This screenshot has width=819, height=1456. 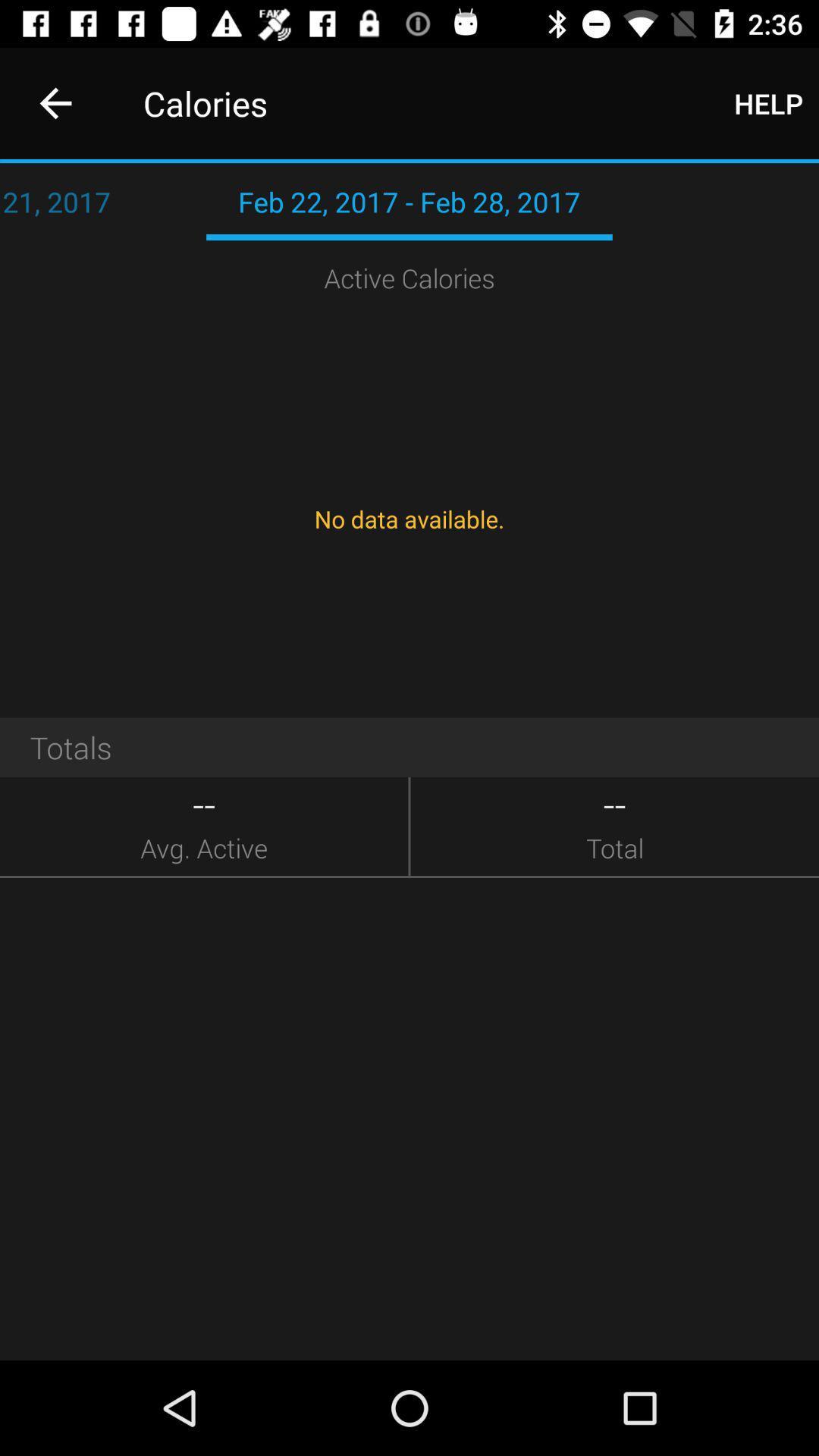 I want to click on help, so click(x=768, y=102).